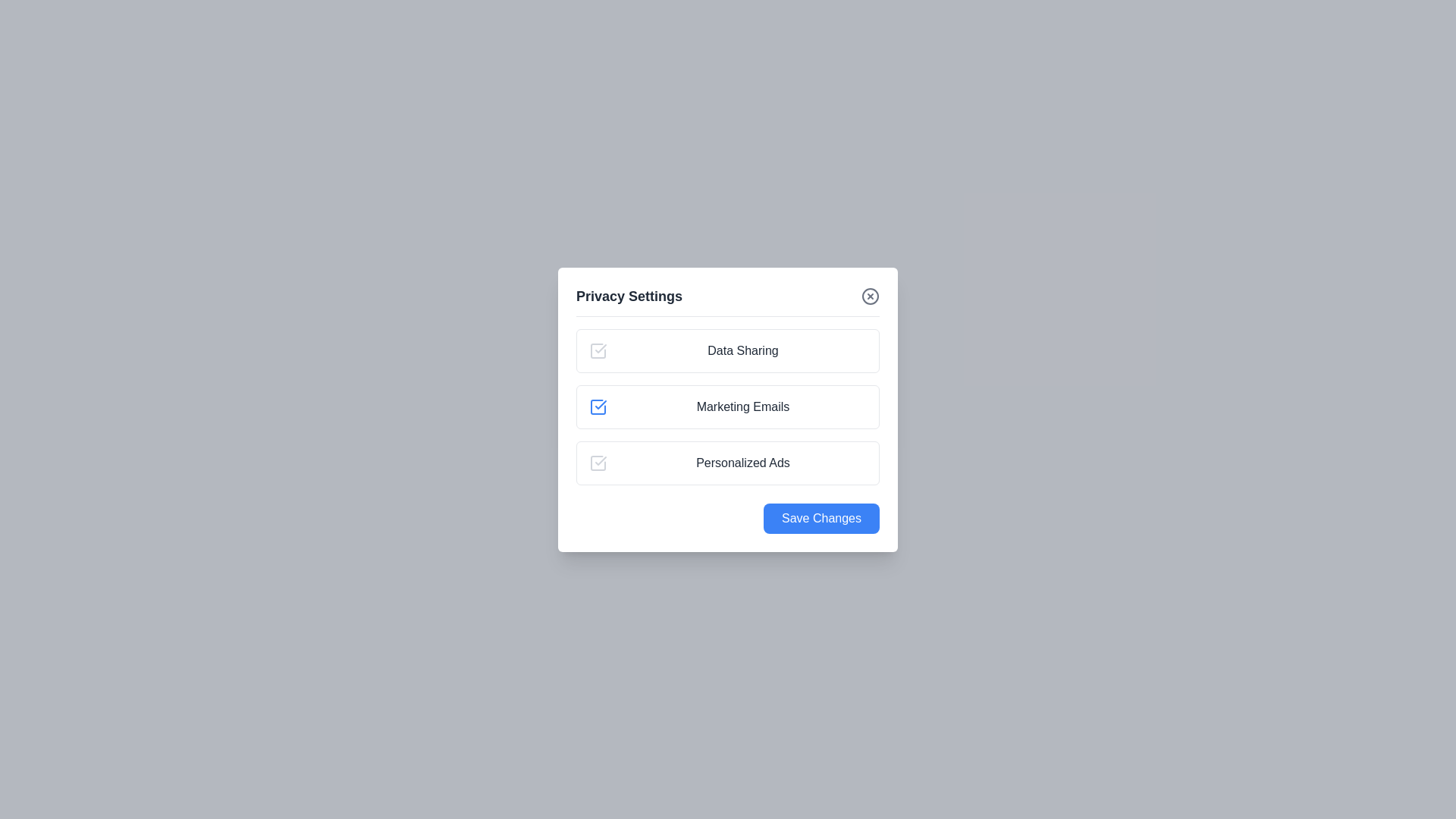 Image resolution: width=1456 pixels, height=819 pixels. Describe the element at coordinates (742, 350) in the screenshot. I see `the preference title Data Sharing from the list` at that location.